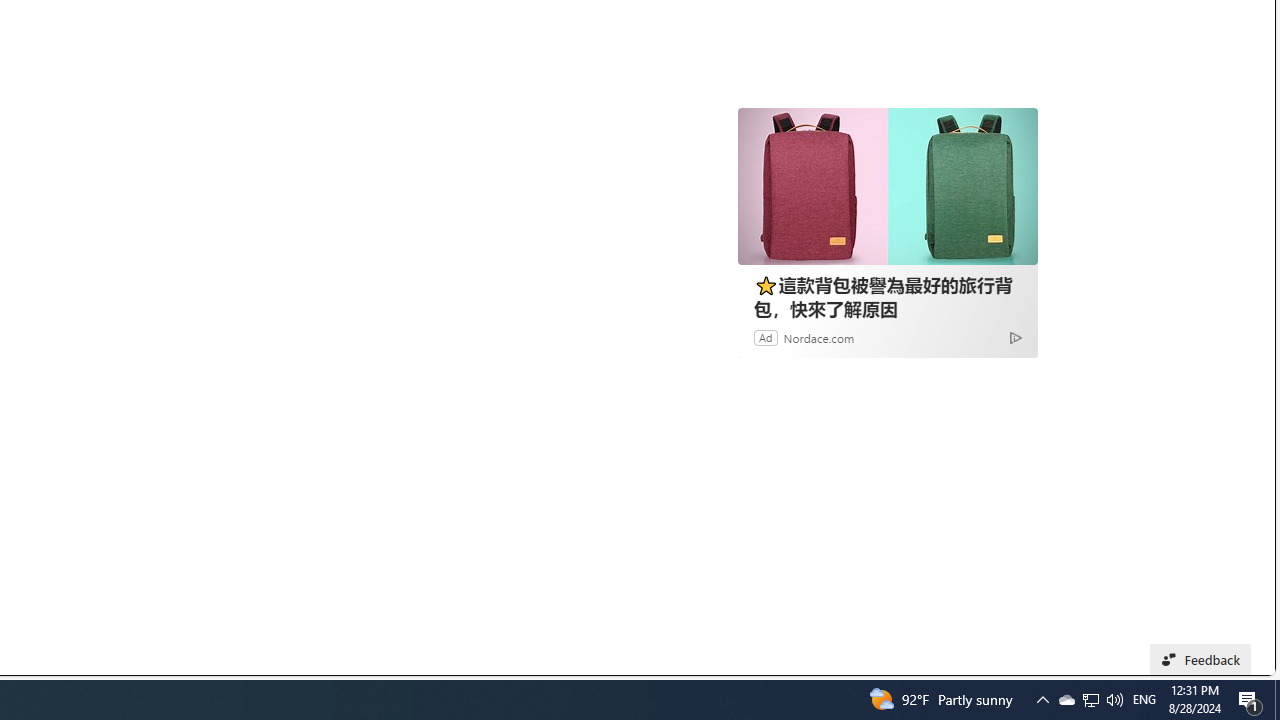 The height and width of the screenshot is (720, 1280). Describe the element at coordinates (819, 336) in the screenshot. I see `'Nordace.com'` at that location.